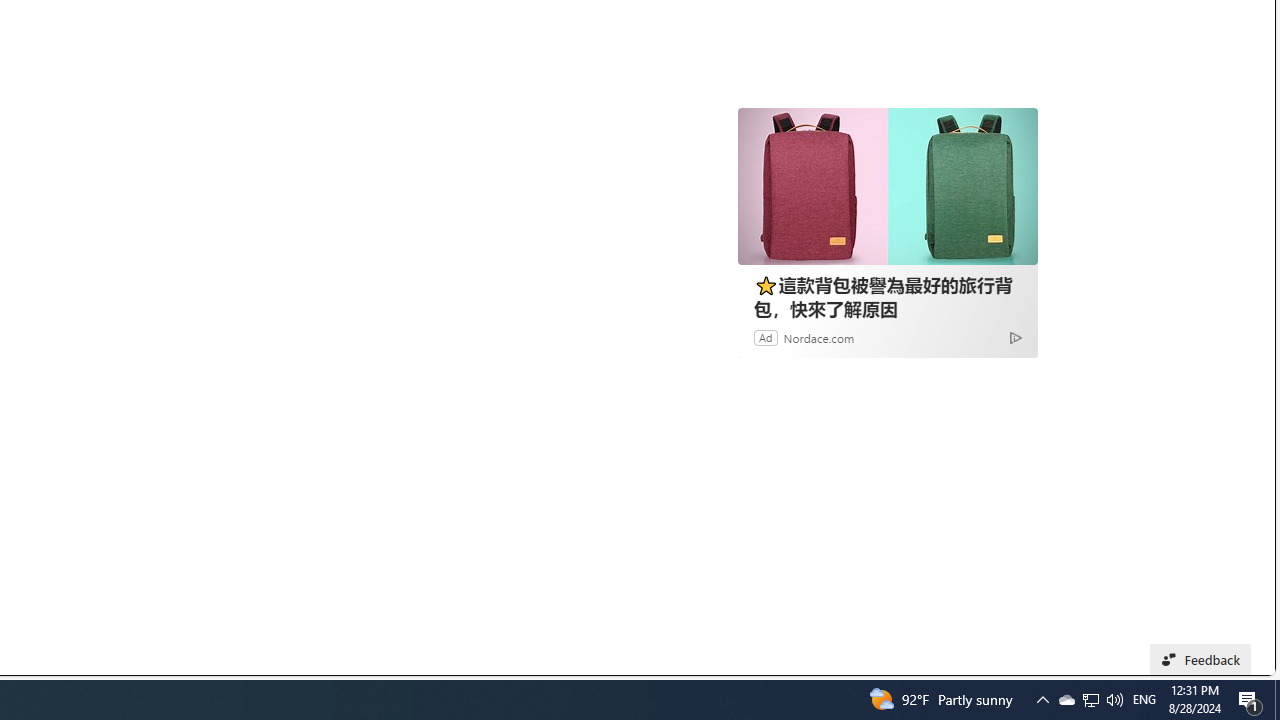 The height and width of the screenshot is (720, 1280). Describe the element at coordinates (819, 336) in the screenshot. I see `'Nordace.com'` at that location.